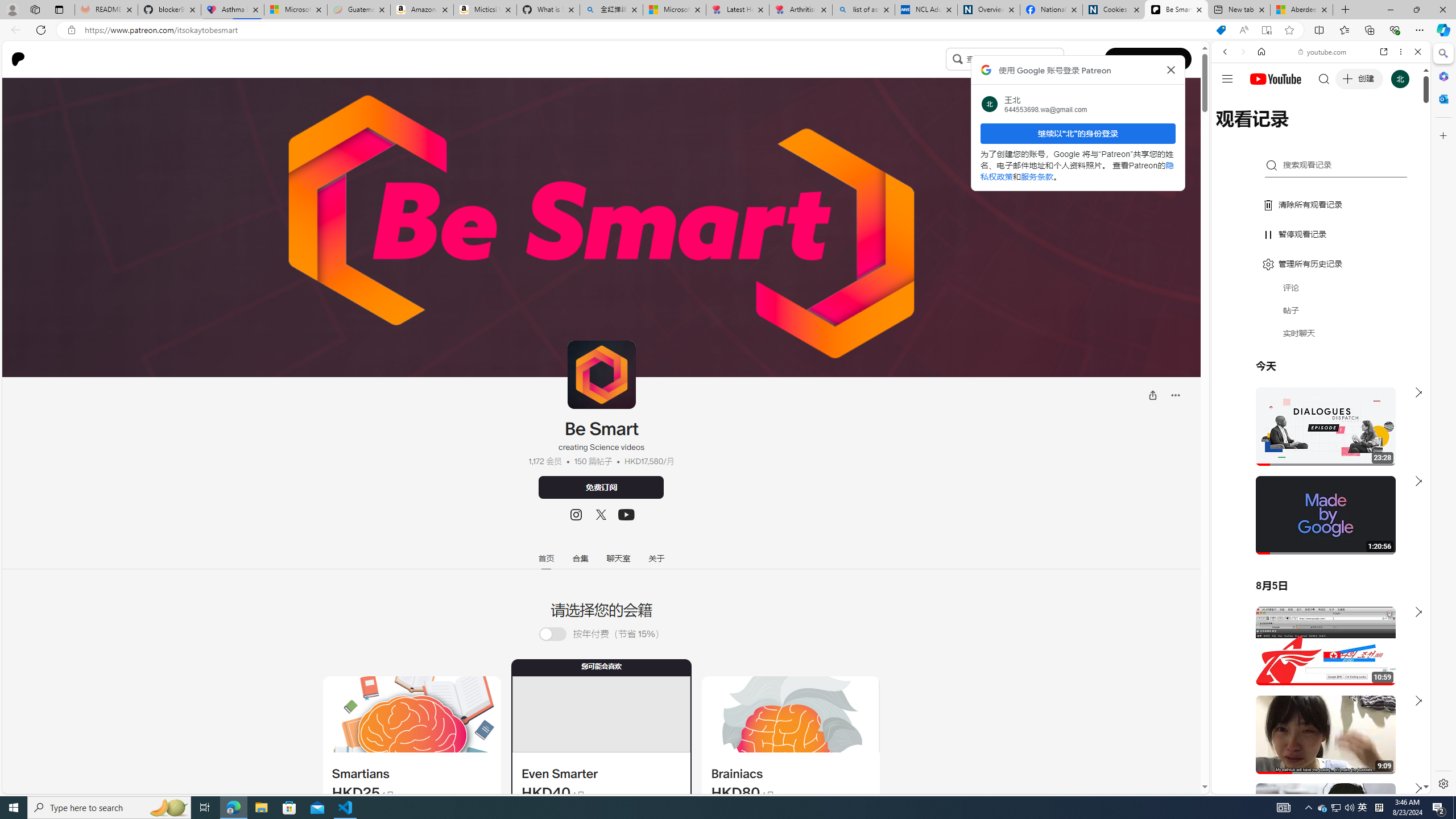 Image resolution: width=1456 pixels, height=819 pixels. I want to click on 'Patreon logo', so click(18, 59).